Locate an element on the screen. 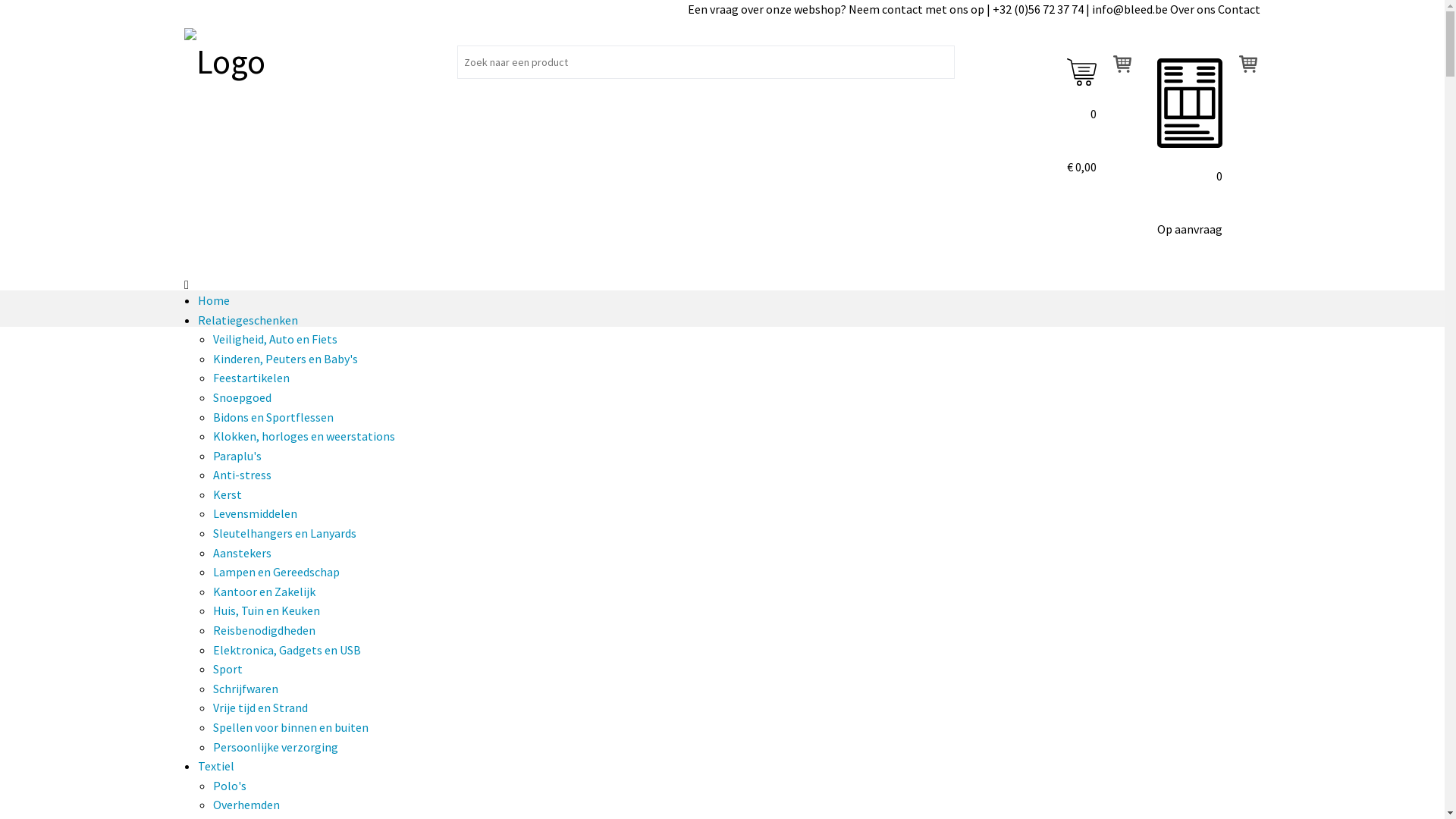 The height and width of the screenshot is (819, 1456). 'Spellen voor binnen en buiten' is located at coordinates (290, 726).